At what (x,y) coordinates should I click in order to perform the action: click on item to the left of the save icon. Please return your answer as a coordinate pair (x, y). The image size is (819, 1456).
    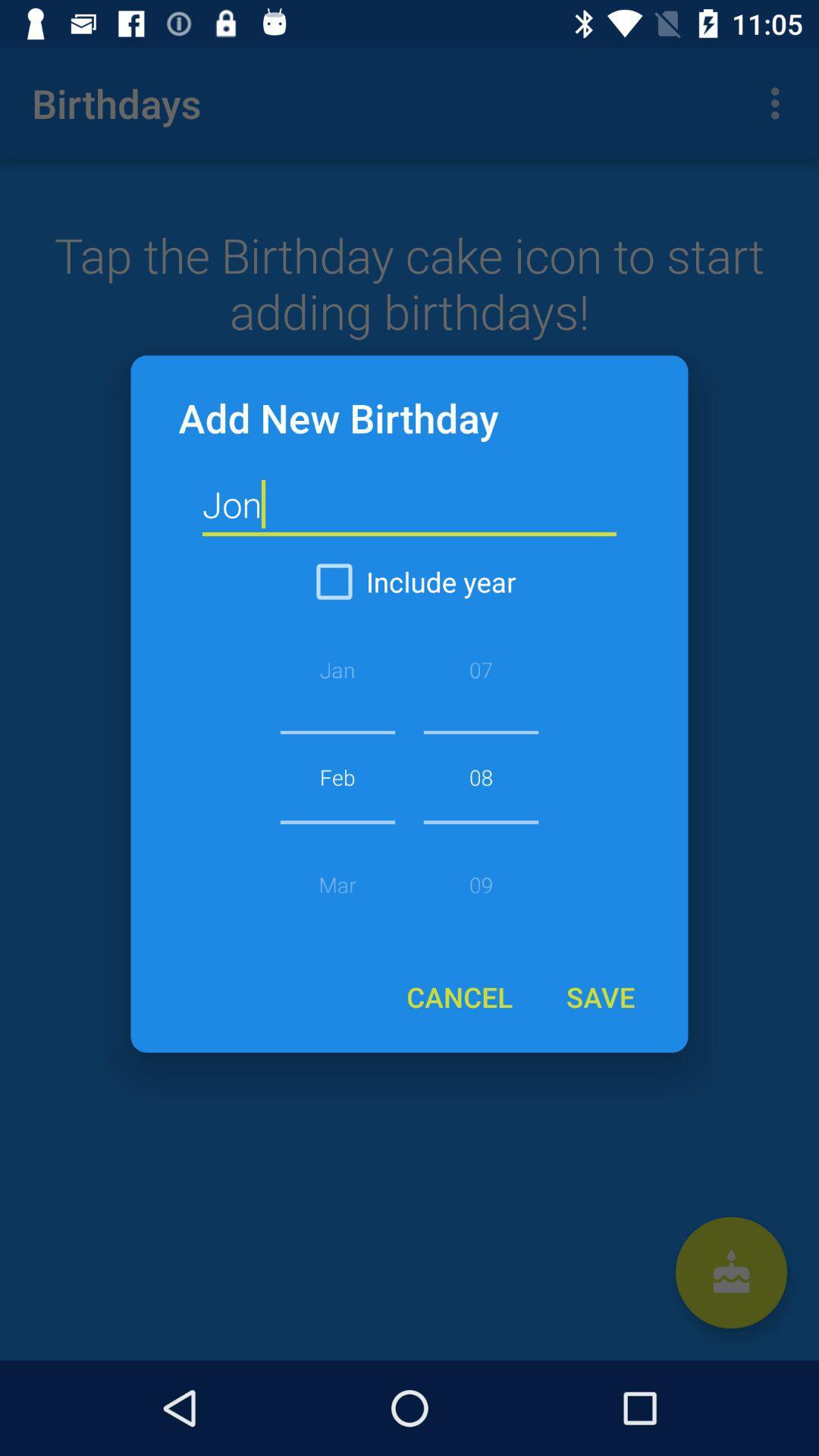
    Looking at the image, I should click on (459, 996).